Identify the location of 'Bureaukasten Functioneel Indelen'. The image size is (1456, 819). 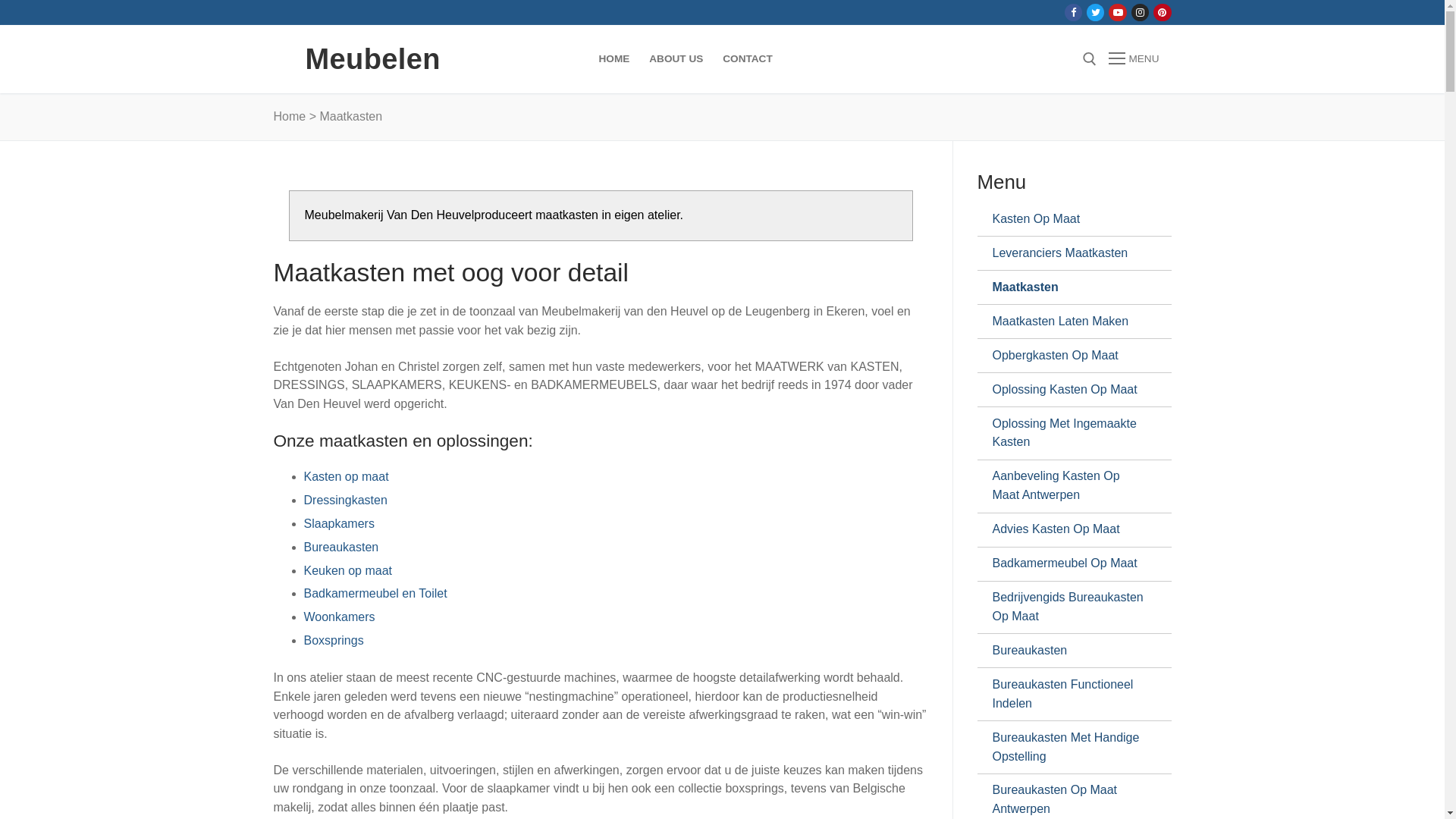
(1066, 694).